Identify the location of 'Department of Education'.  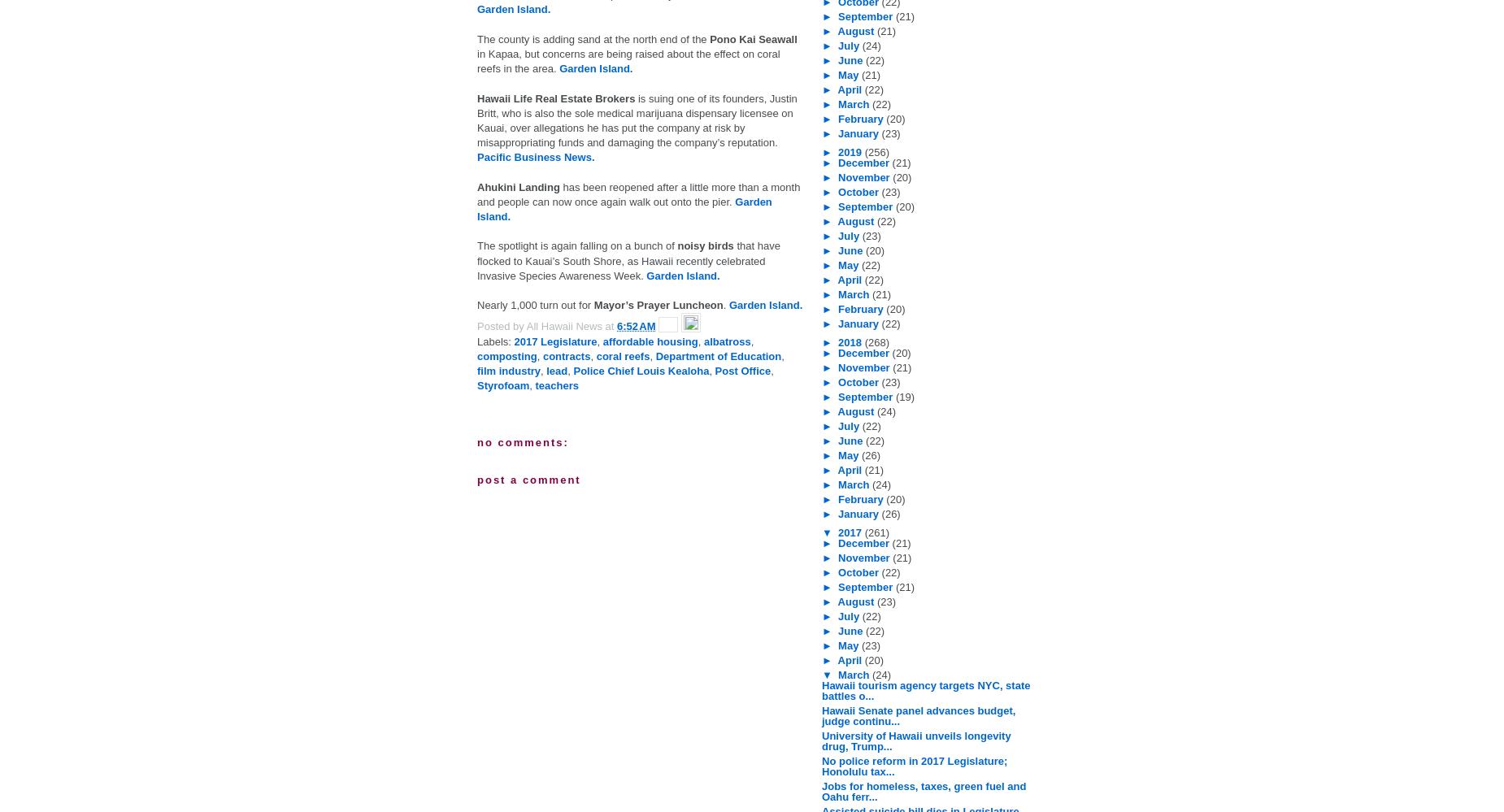
(718, 354).